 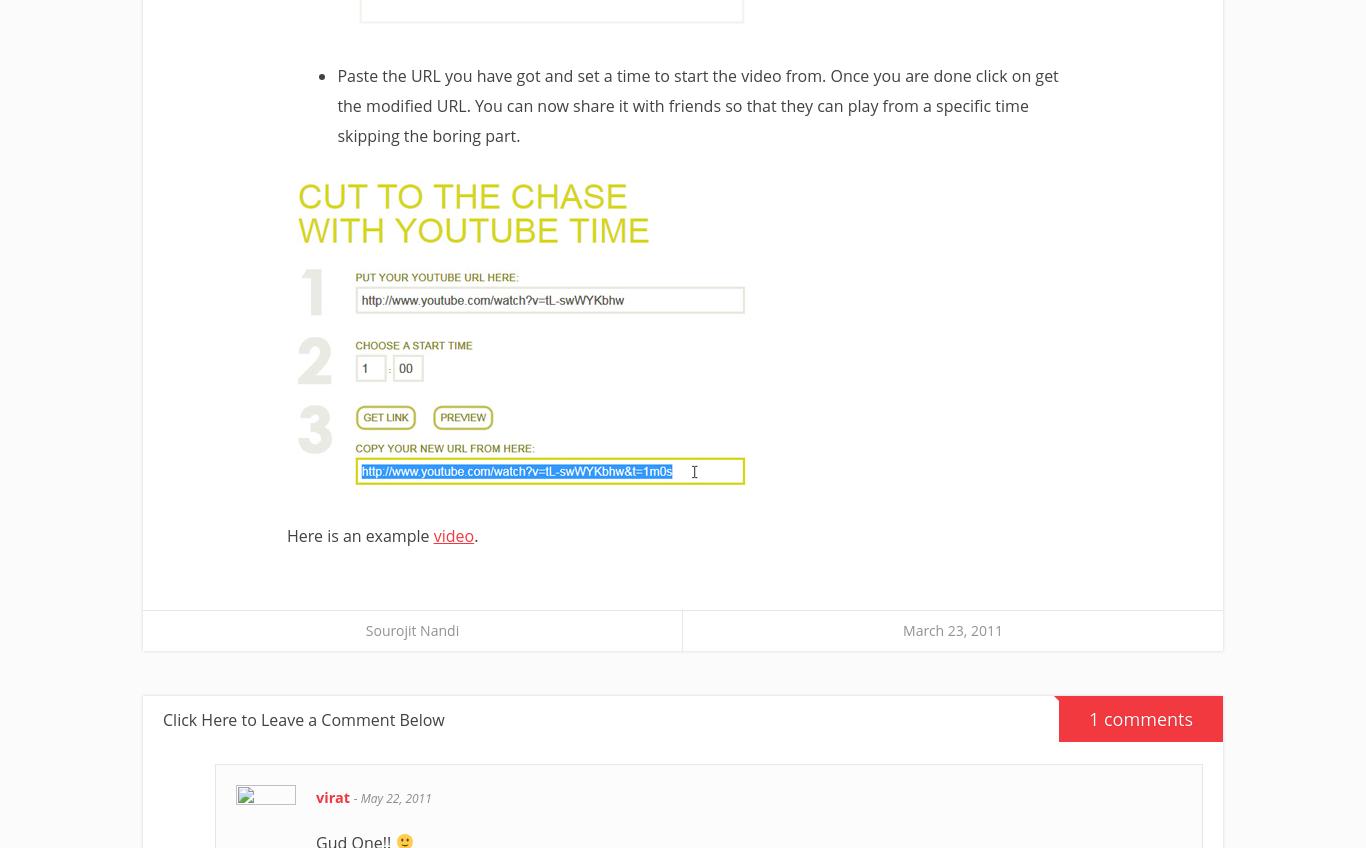 I want to click on 'Here is an example', so click(x=358, y=535).